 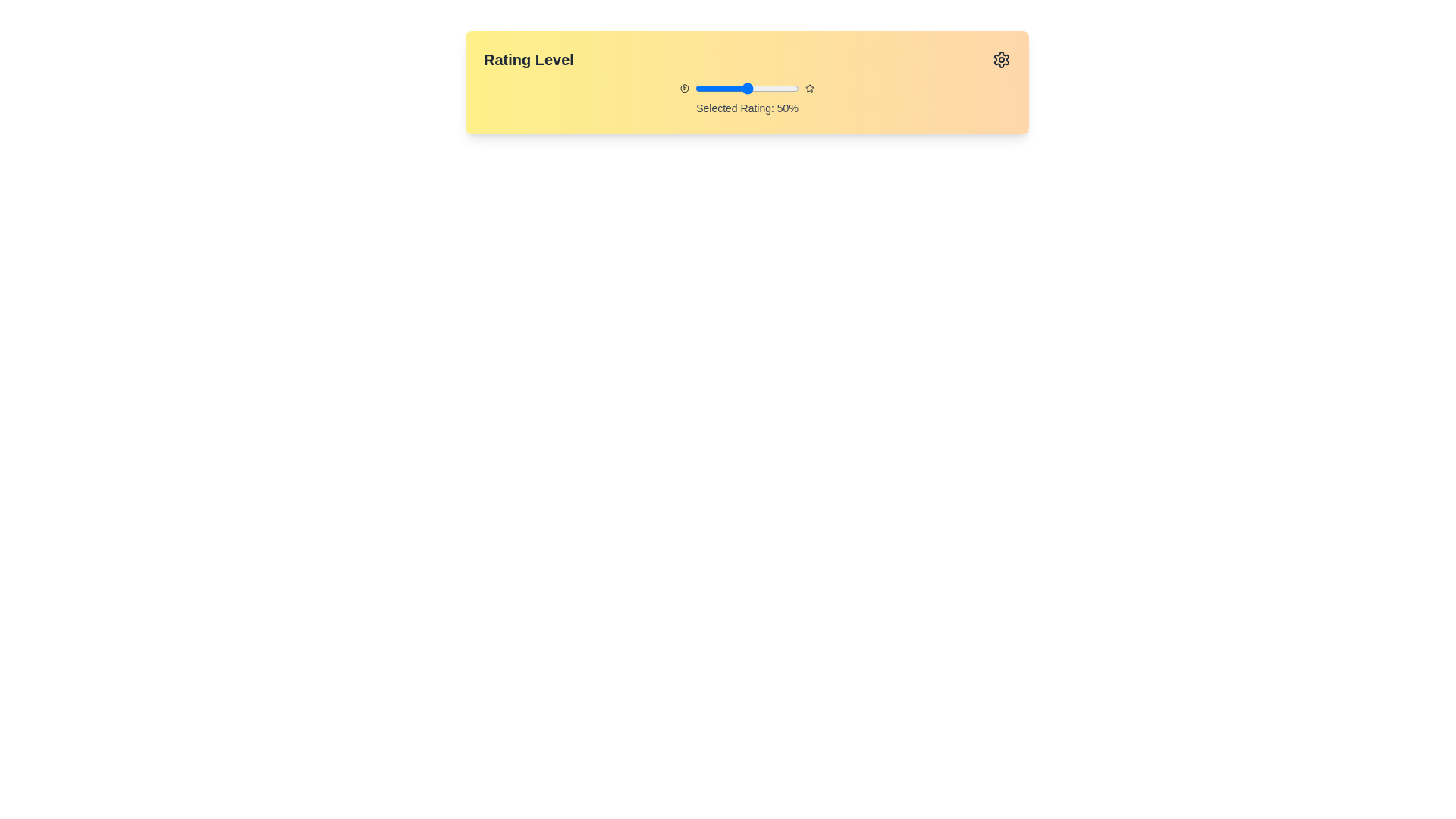 I want to click on the slider, so click(x=712, y=88).